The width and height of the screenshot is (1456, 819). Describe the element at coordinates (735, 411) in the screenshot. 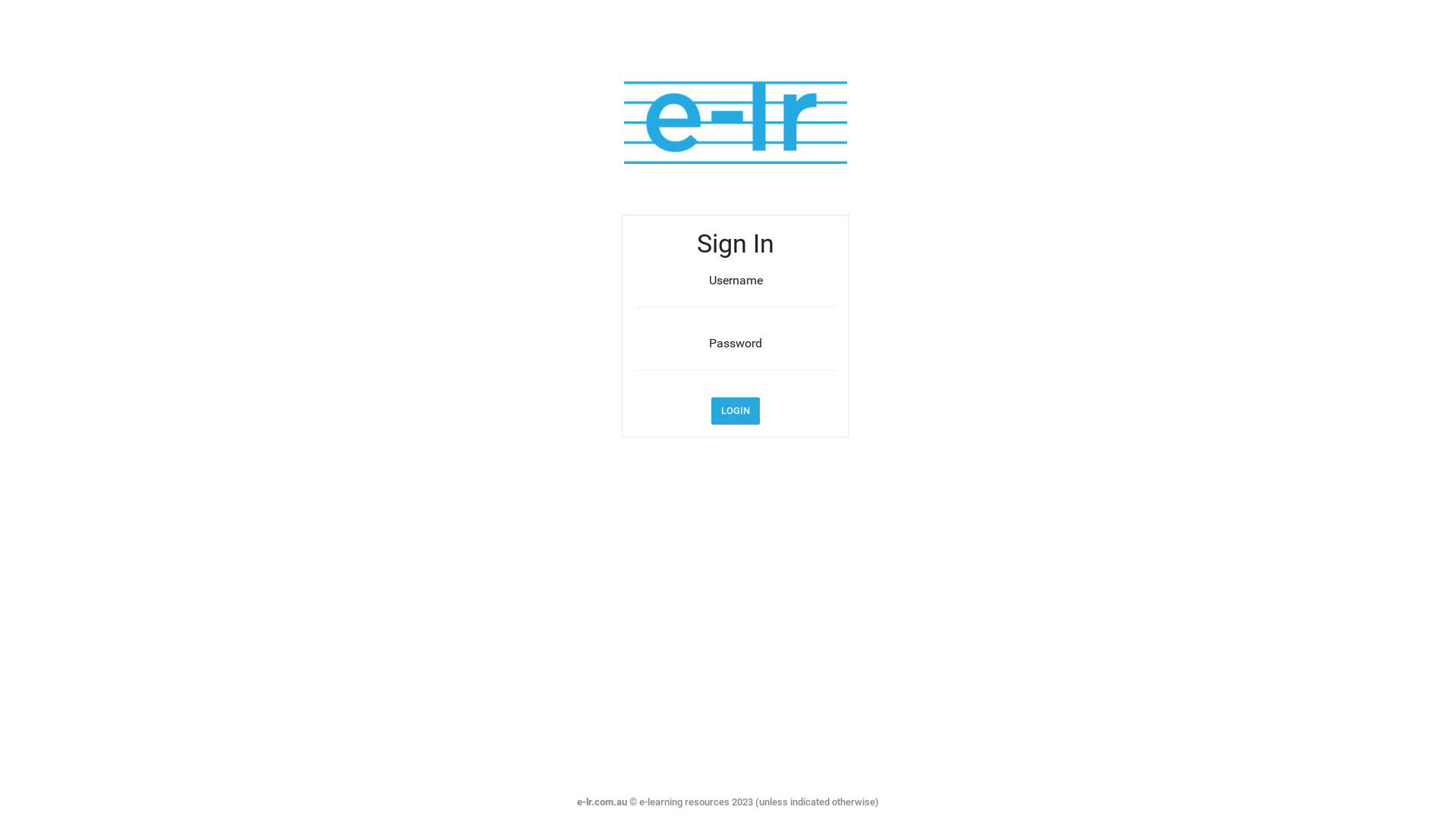

I see `'LOGIN'` at that location.